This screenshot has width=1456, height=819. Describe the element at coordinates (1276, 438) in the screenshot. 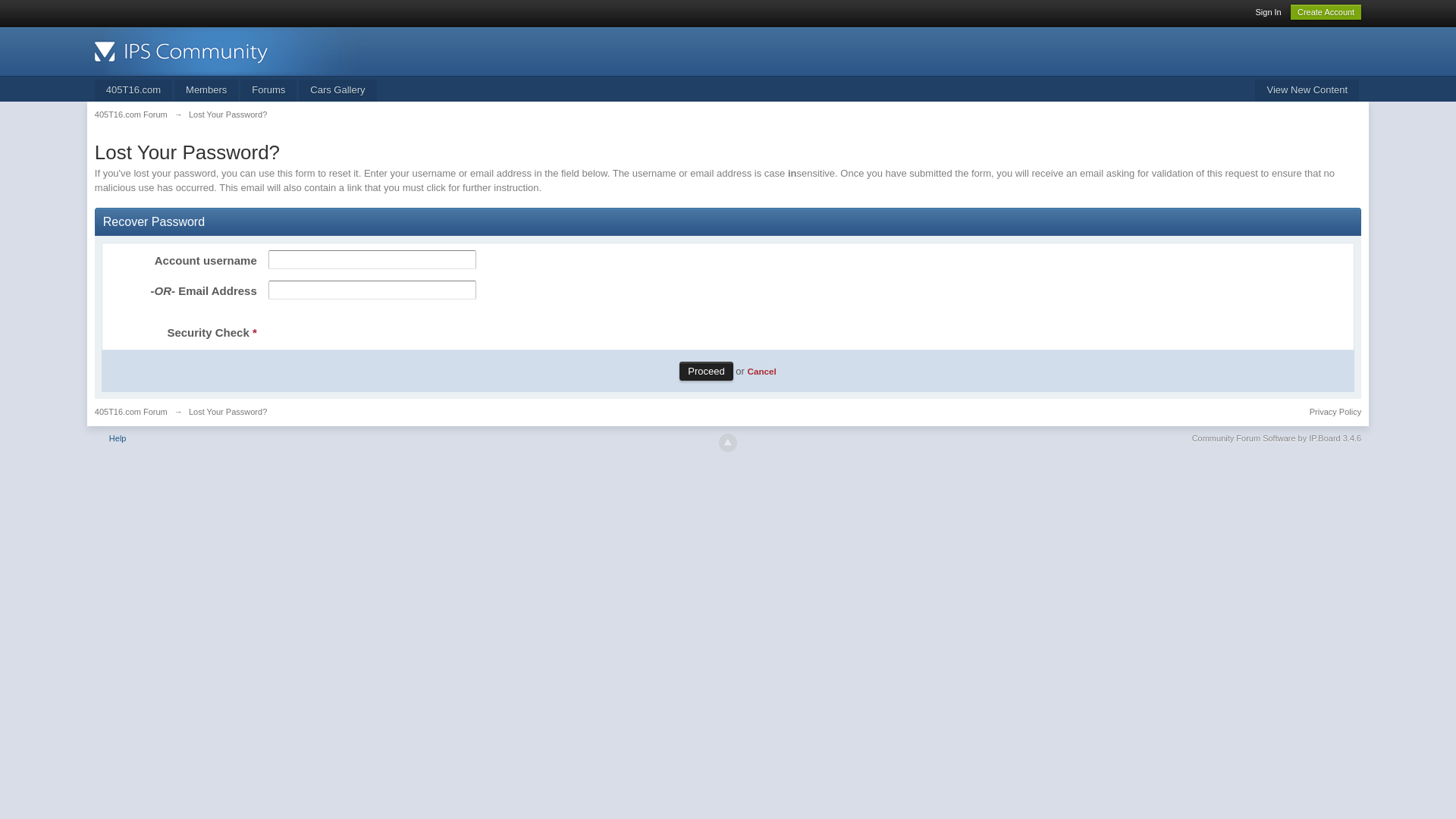

I see `'Community Forum Software by IP.Board 3.4.6'` at that location.